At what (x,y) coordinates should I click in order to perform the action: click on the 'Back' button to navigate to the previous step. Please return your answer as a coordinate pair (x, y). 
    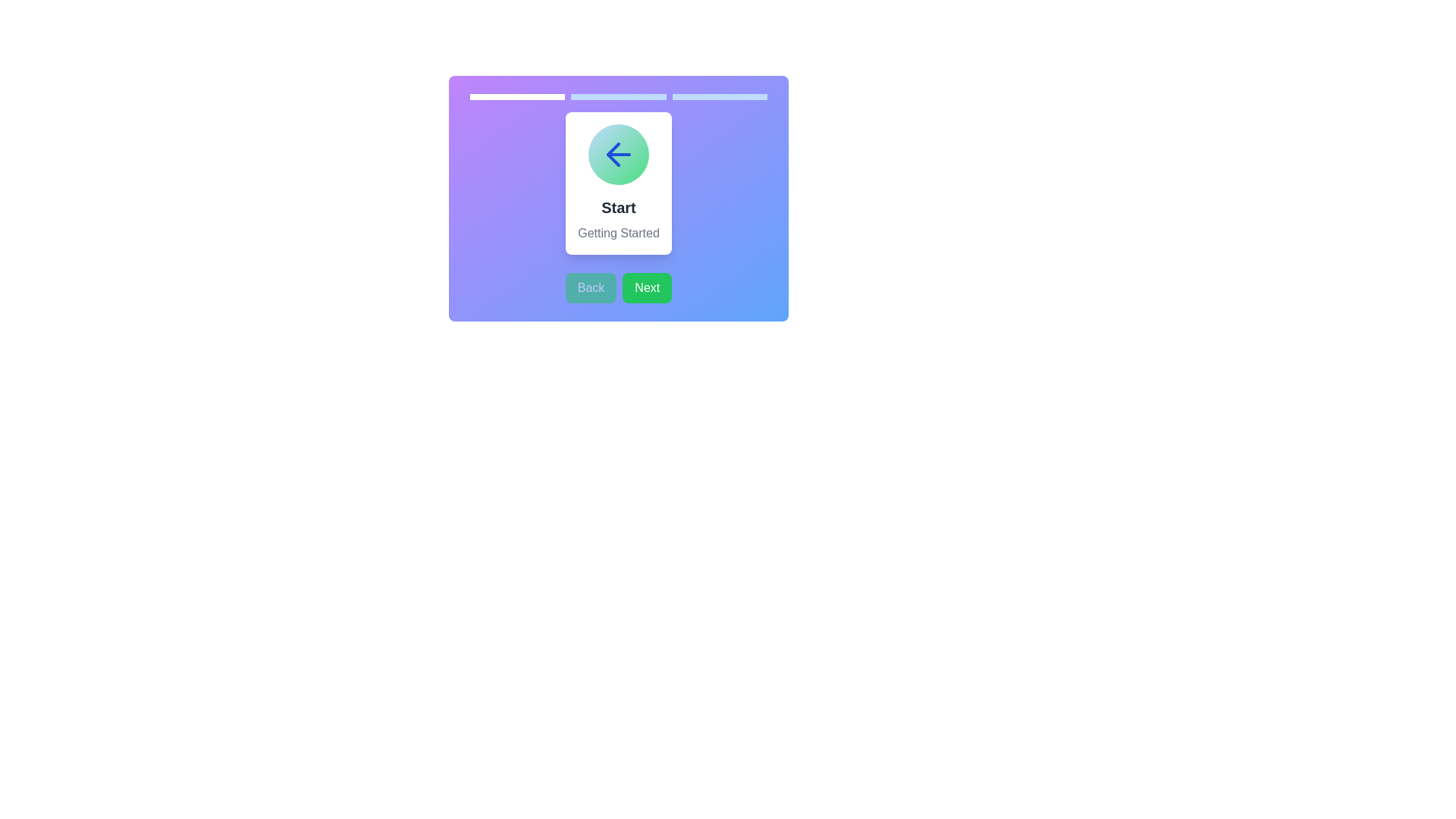
    Looking at the image, I should click on (590, 288).